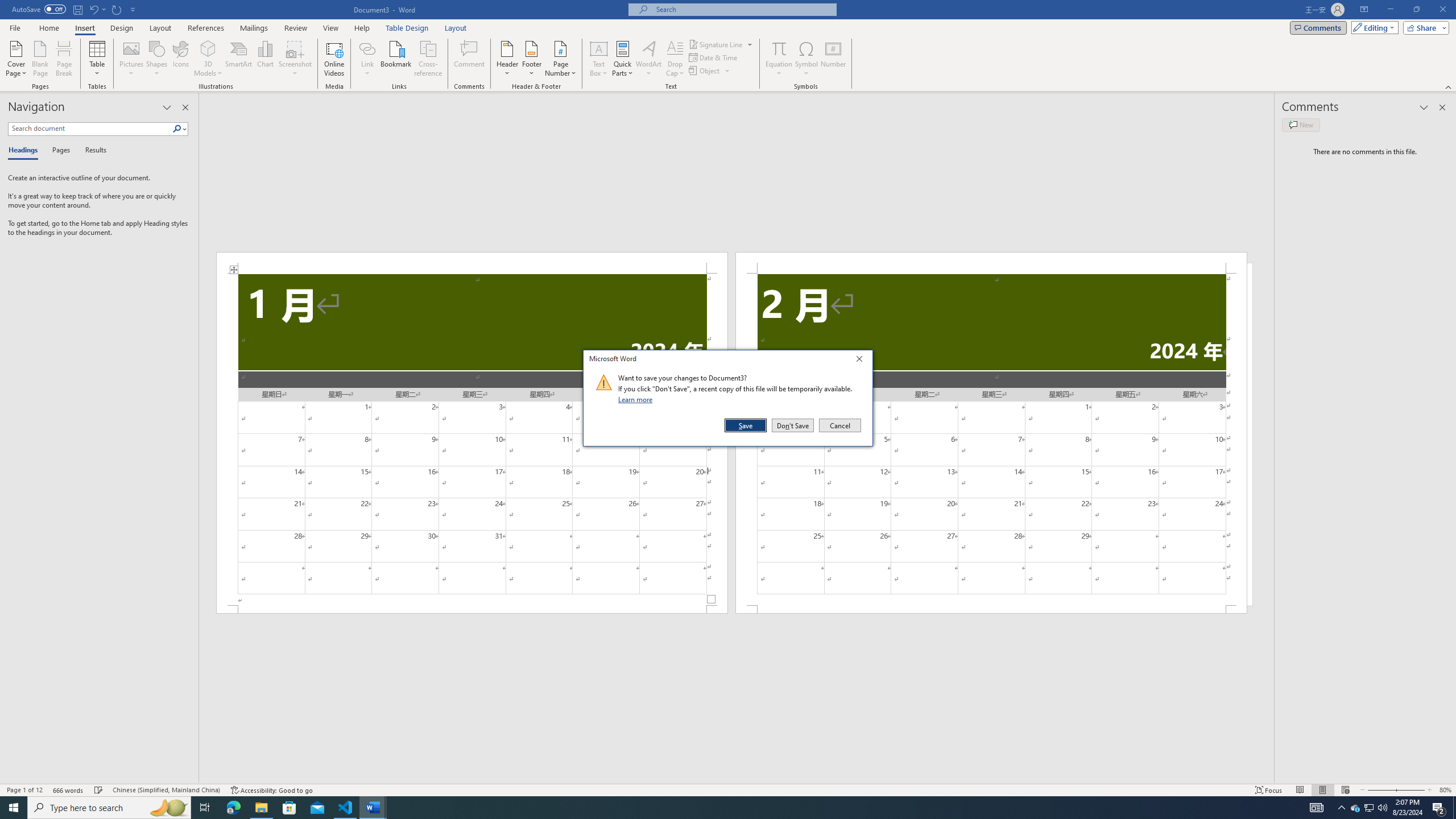 This screenshot has width=1456, height=819. What do you see at coordinates (648, 59) in the screenshot?
I see `'WordArt'` at bounding box center [648, 59].